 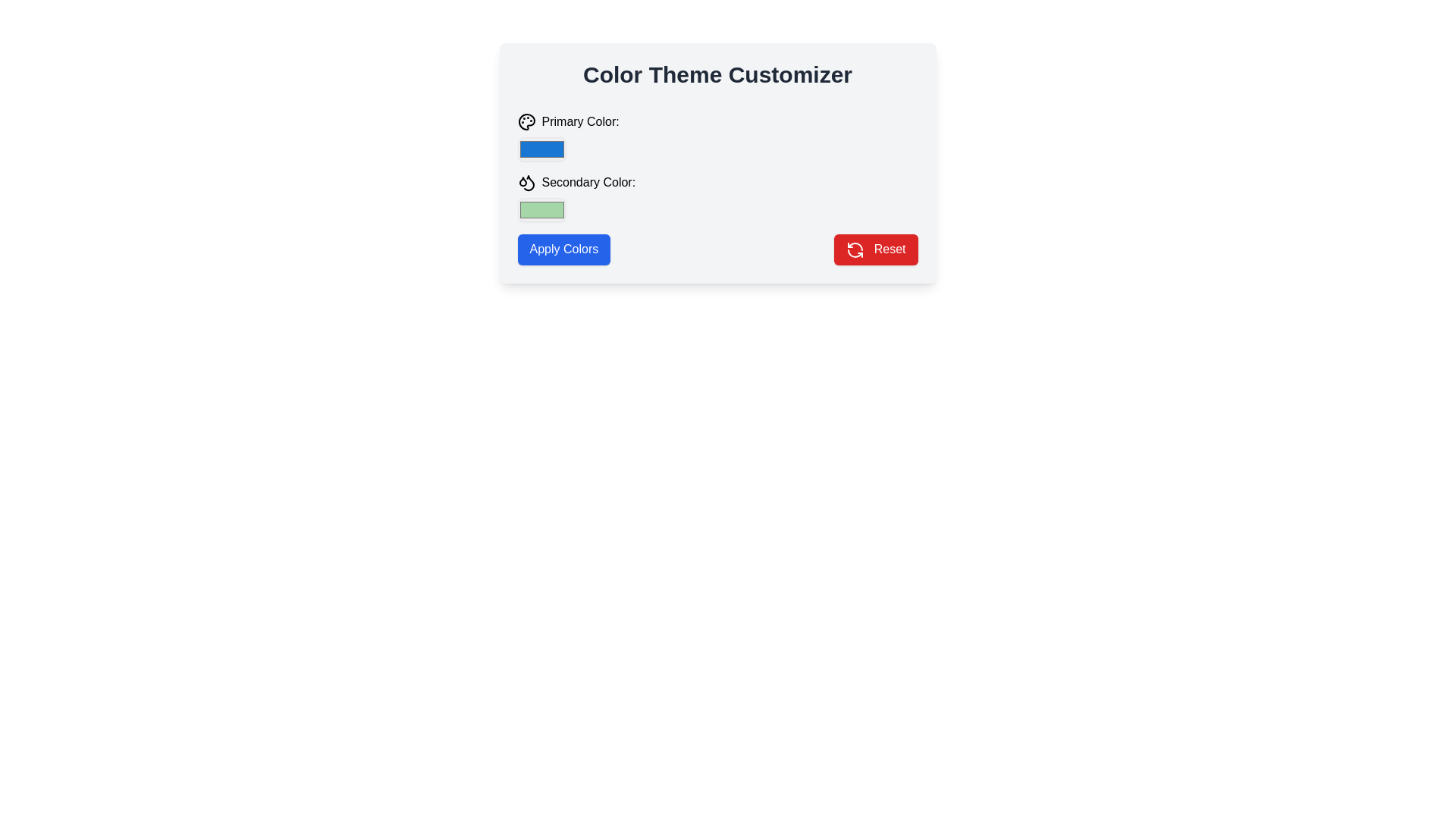 I want to click on the SVG Icon resembling droplets, located to the left of the text 'Secondary Color' in the color customization interface, slightly above the color selection box, so click(x=526, y=181).